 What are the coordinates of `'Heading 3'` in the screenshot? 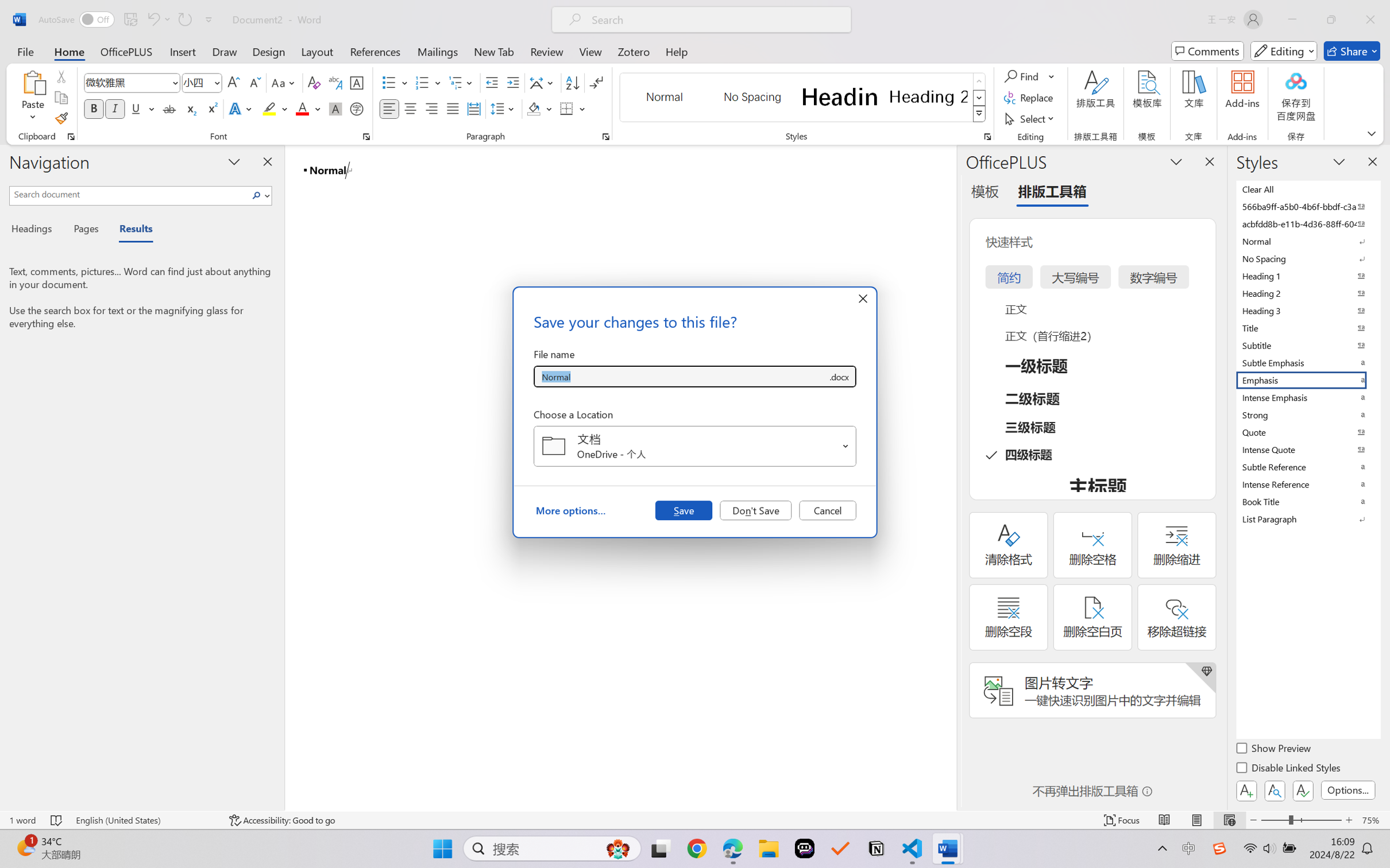 It's located at (1307, 310).